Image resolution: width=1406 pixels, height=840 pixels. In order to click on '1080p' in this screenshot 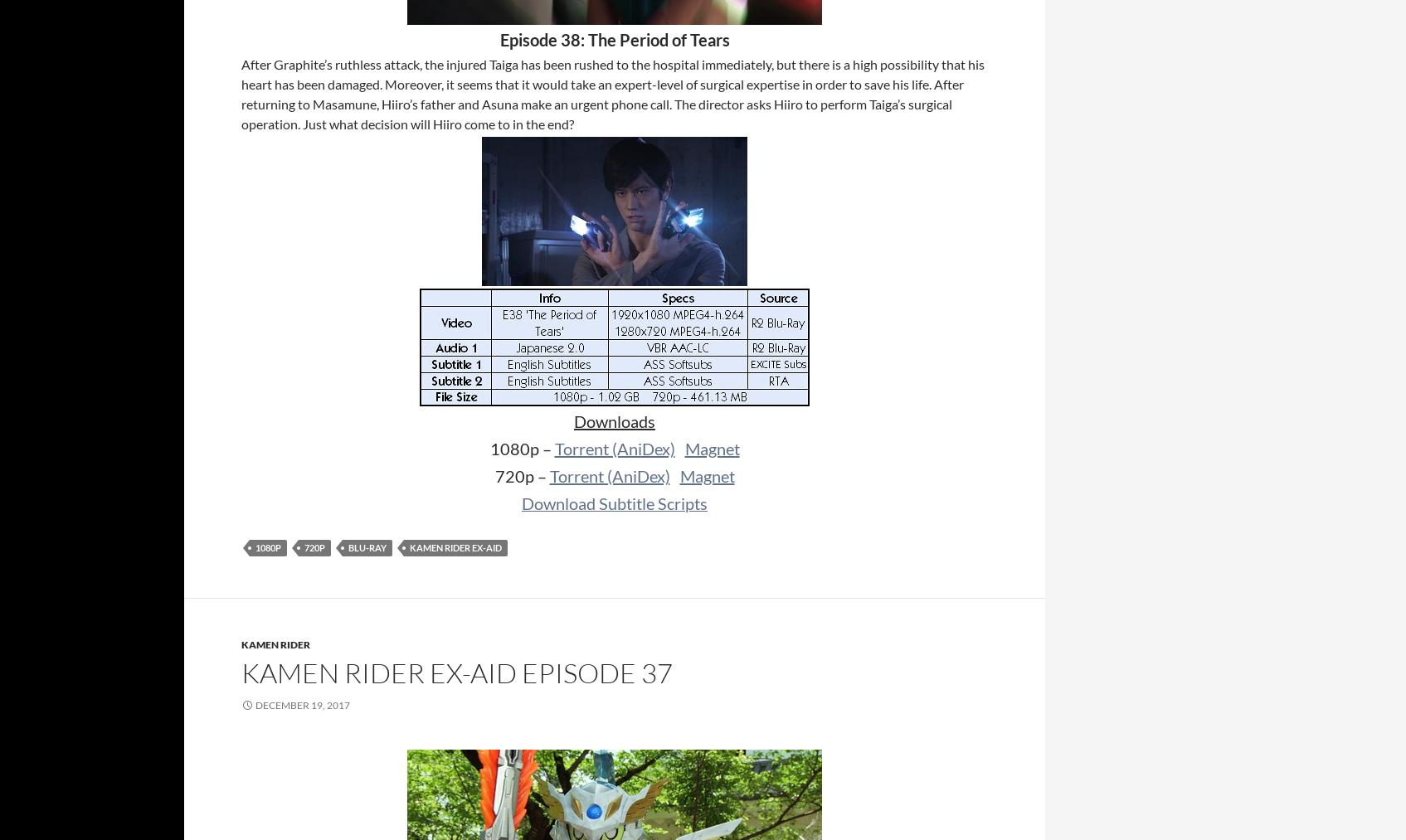, I will do `click(268, 546)`.